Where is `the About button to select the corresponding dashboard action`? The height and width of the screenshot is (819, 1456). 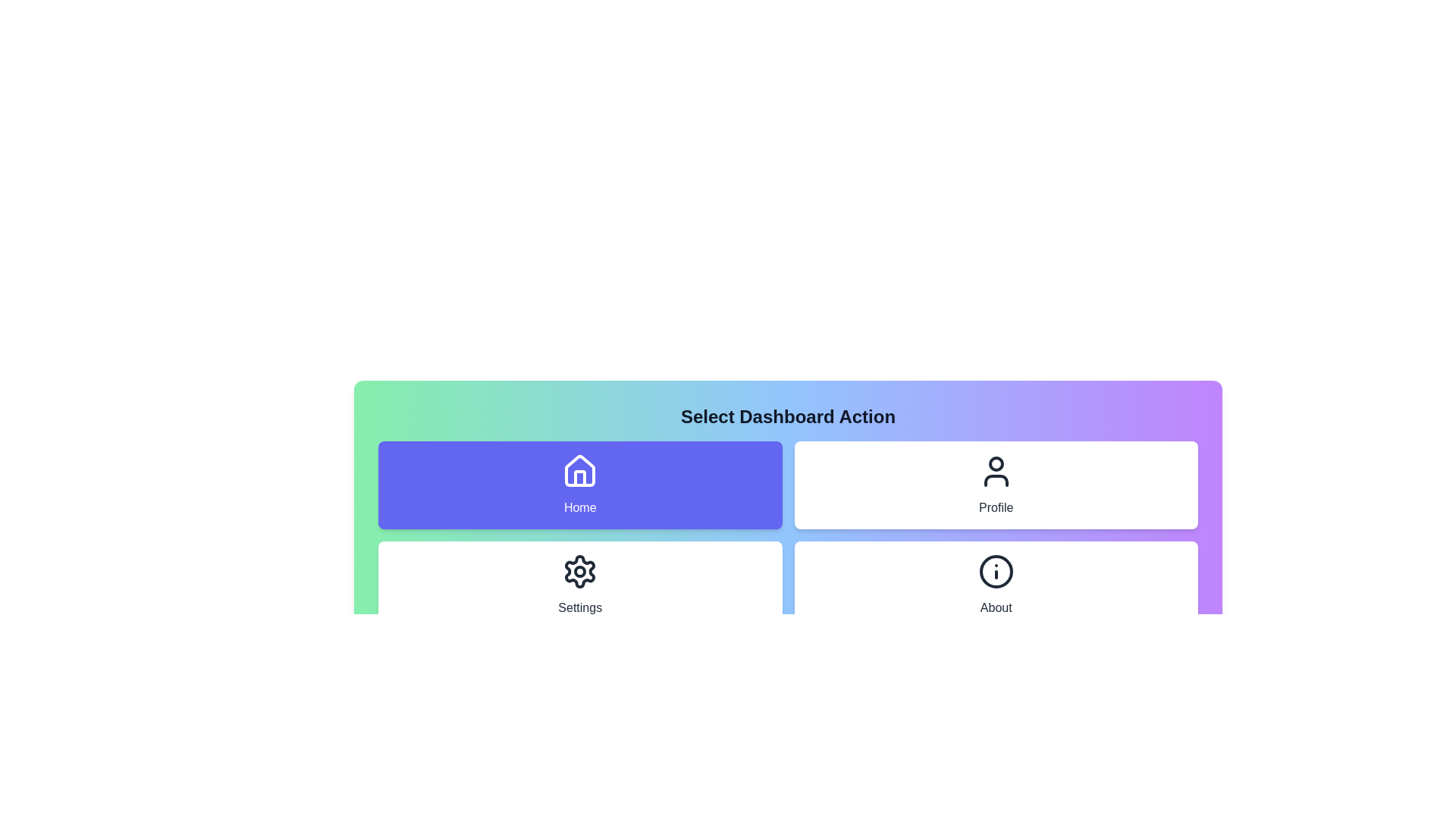
the About button to select the corresponding dashboard action is located at coordinates (996, 584).